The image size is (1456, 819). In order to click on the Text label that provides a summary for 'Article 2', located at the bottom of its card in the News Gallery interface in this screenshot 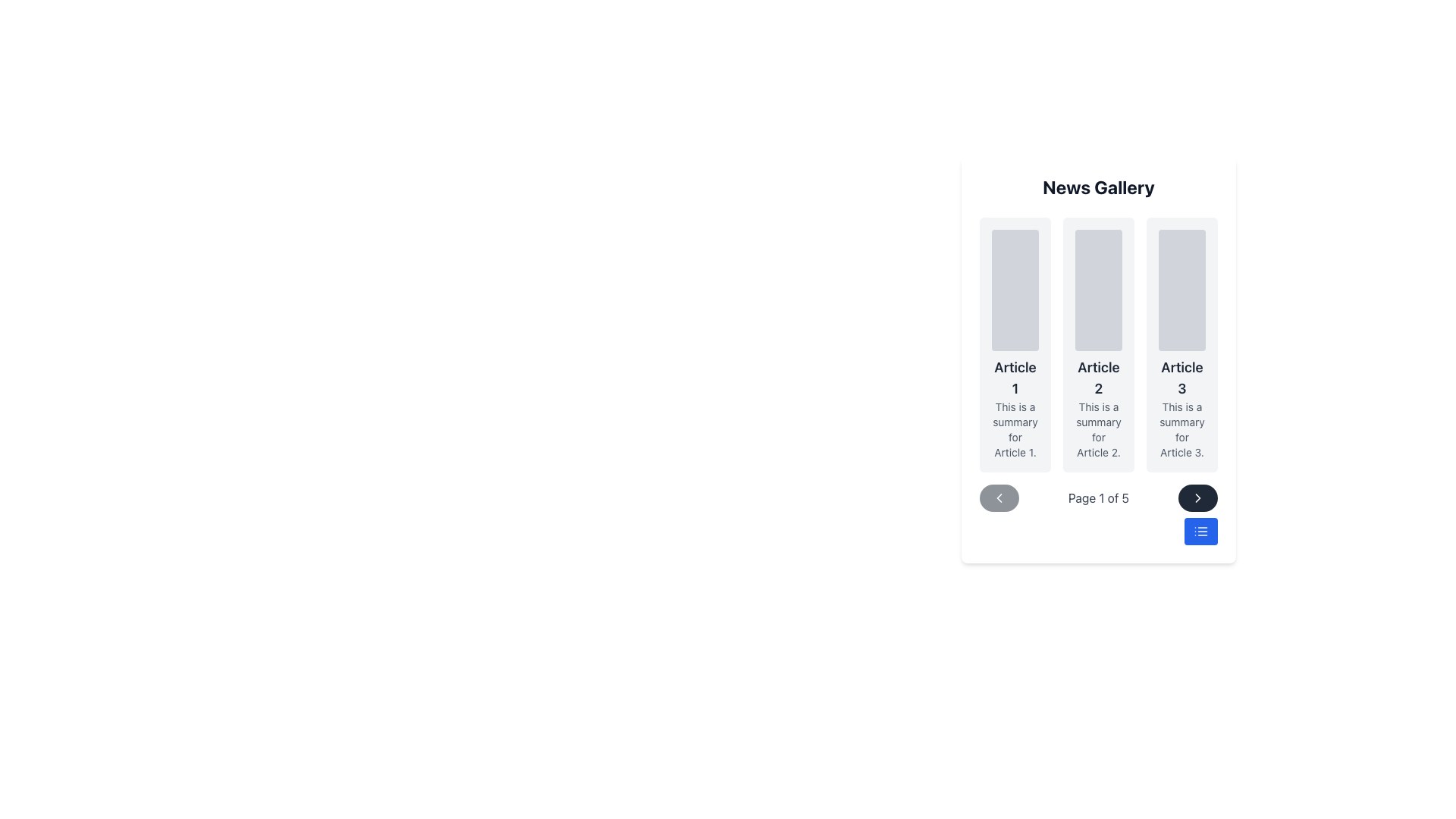, I will do `click(1099, 430)`.